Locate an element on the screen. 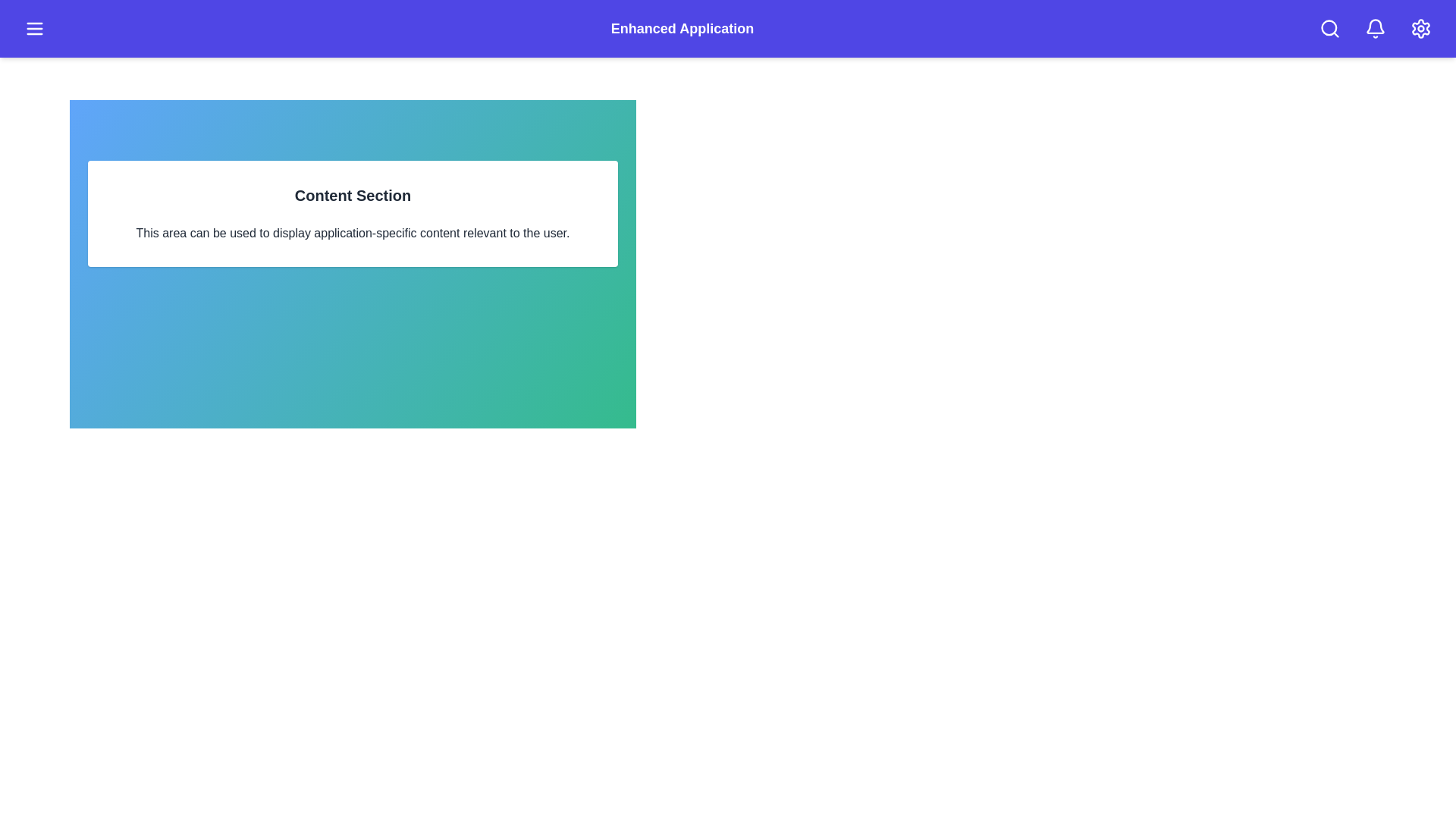 This screenshot has width=1456, height=819. the search icon to initiate a search operation is located at coordinates (1329, 29).